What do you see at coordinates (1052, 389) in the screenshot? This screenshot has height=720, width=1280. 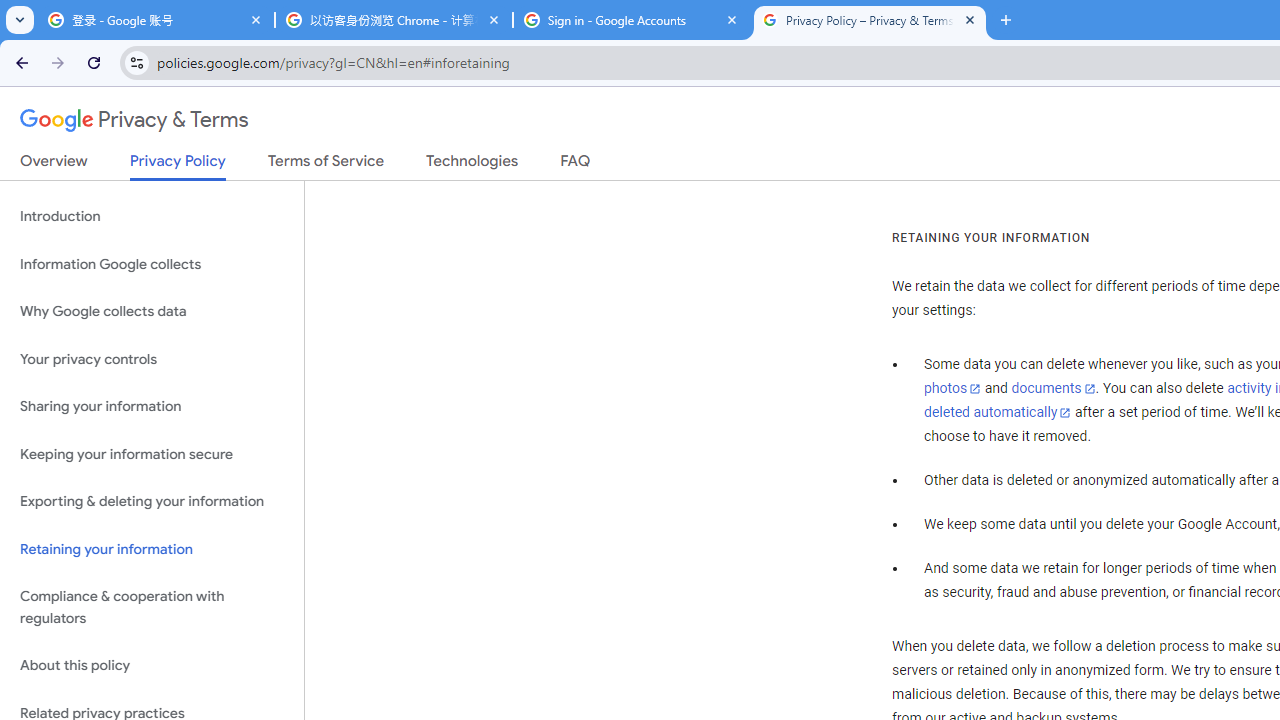 I see `'documents'` at bounding box center [1052, 389].